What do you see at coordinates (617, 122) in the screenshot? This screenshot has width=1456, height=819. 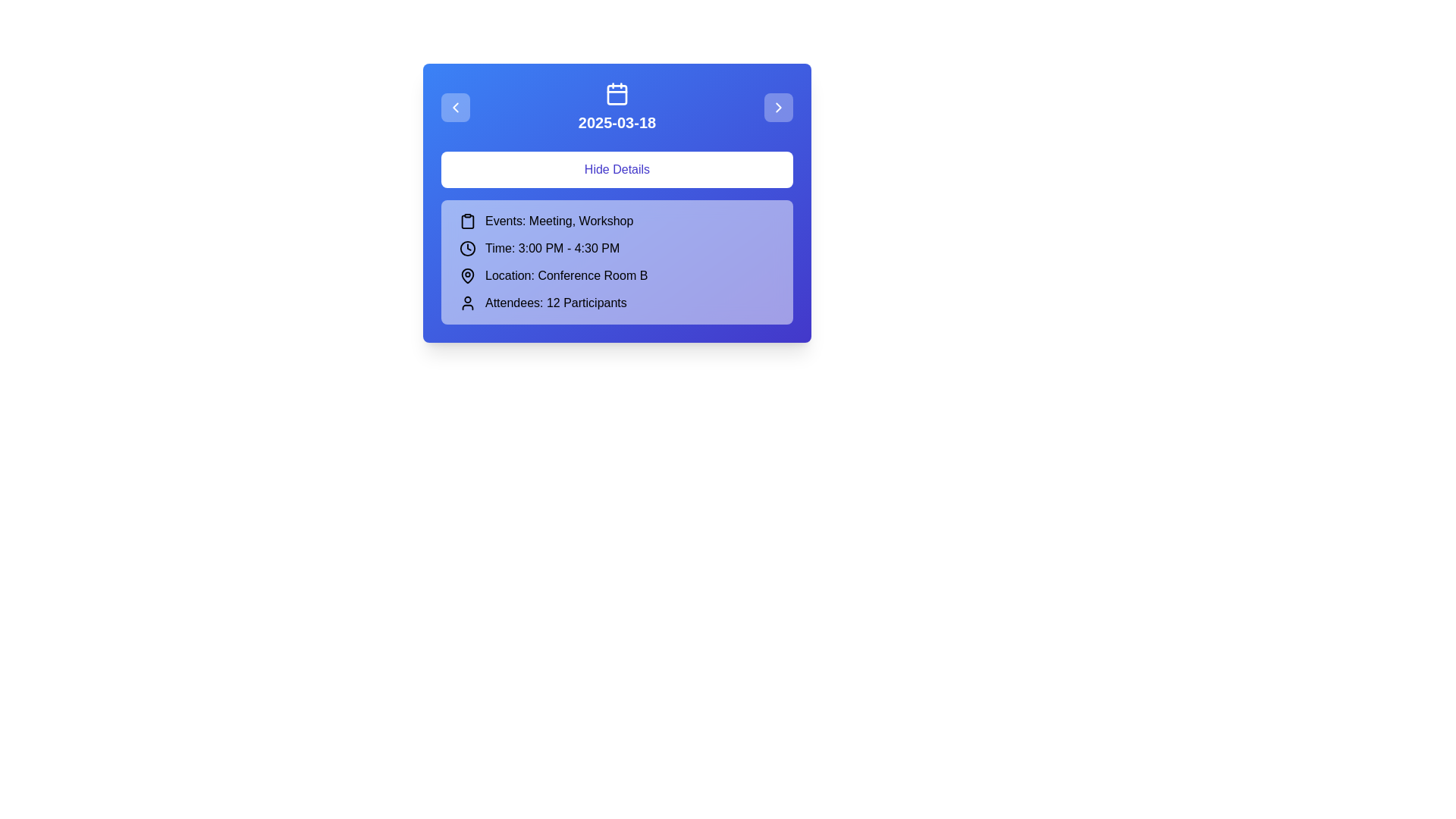 I see `the bold text label displaying '2025-03-18' which is centrally placed on a blue background in the header section of the card-like component` at bounding box center [617, 122].